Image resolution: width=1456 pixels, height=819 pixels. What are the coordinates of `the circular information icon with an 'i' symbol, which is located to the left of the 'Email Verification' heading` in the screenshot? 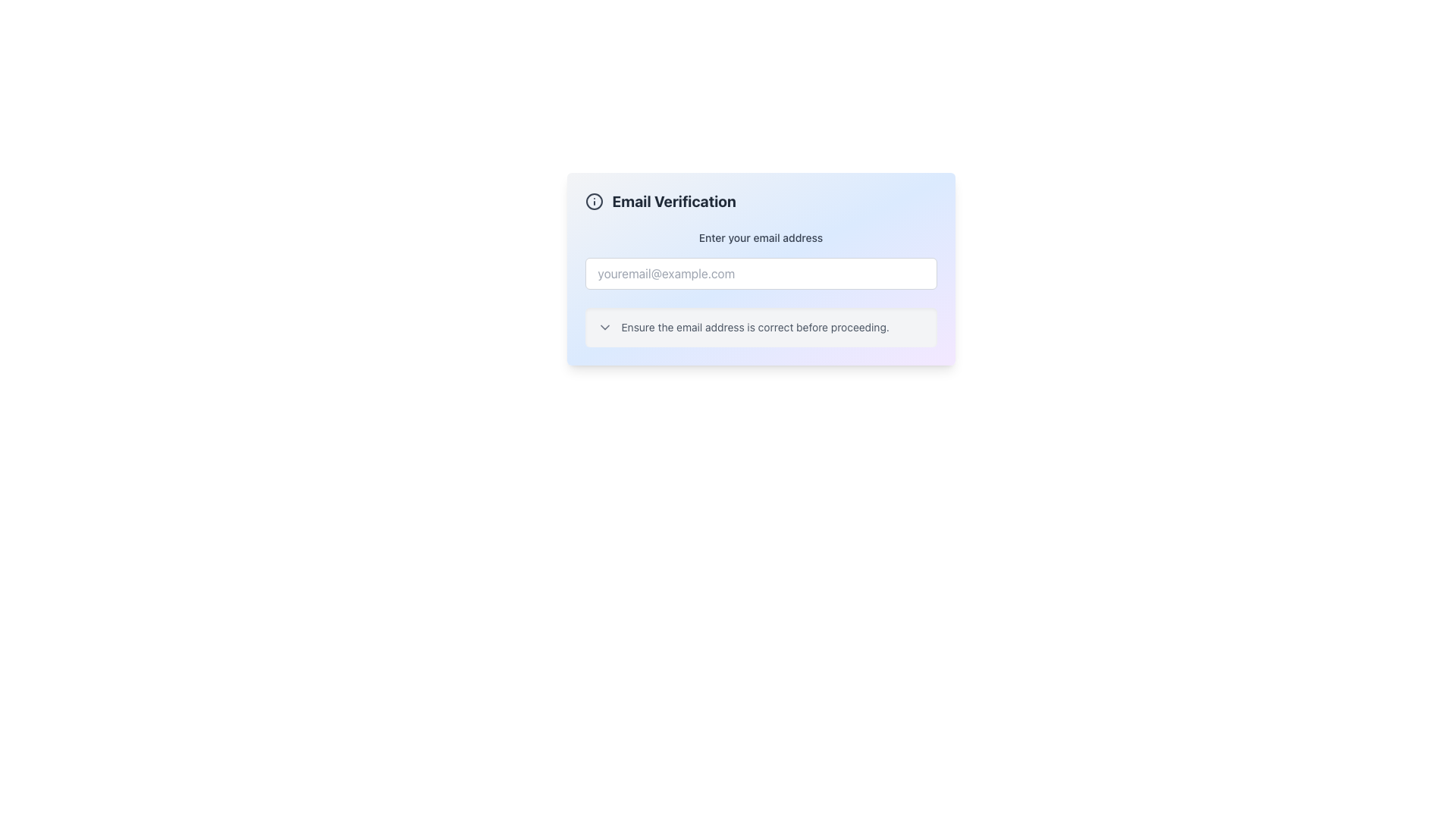 It's located at (593, 201).